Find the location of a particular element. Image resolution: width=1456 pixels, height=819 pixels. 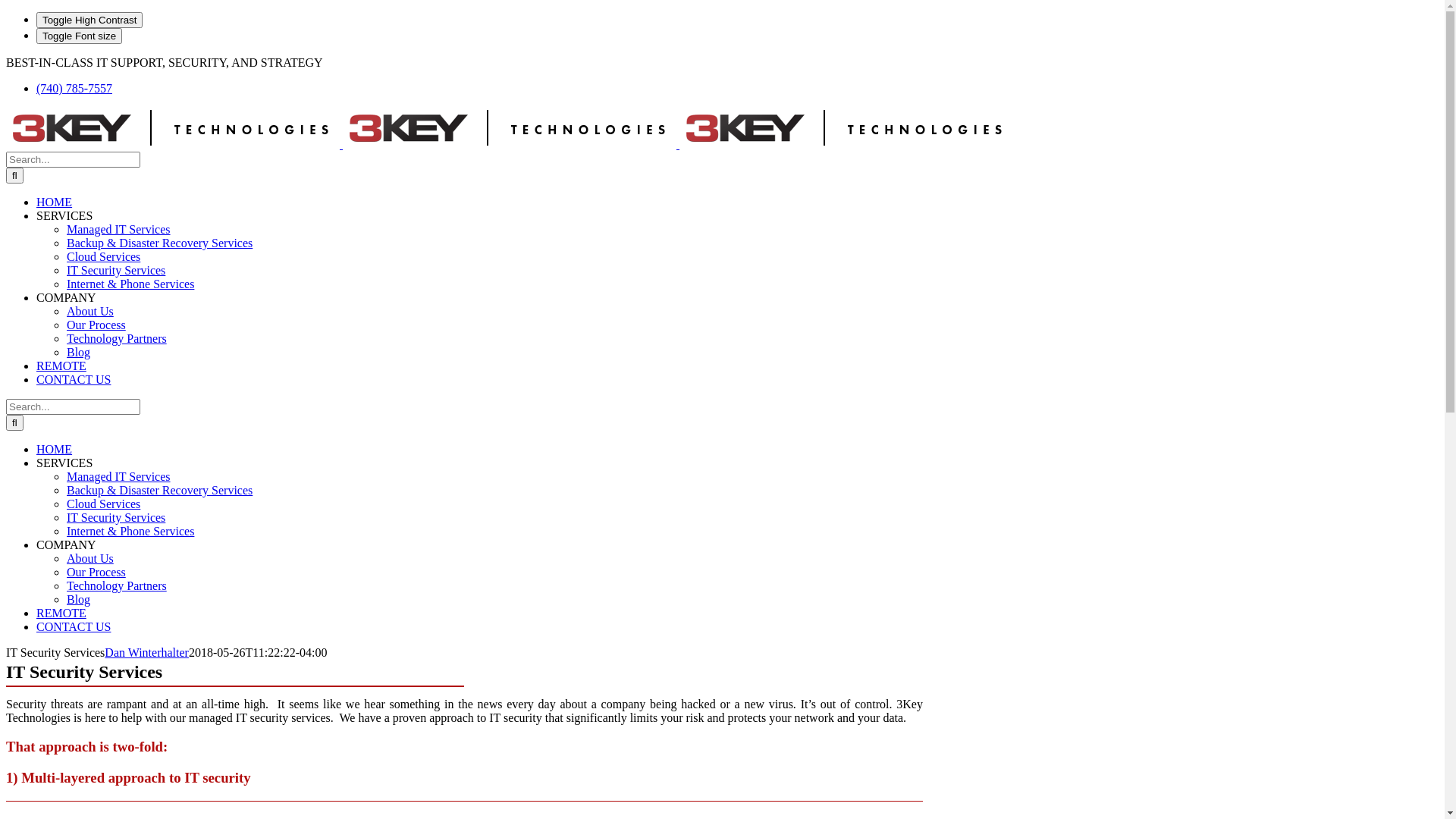

'Blog' is located at coordinates (77, 352).